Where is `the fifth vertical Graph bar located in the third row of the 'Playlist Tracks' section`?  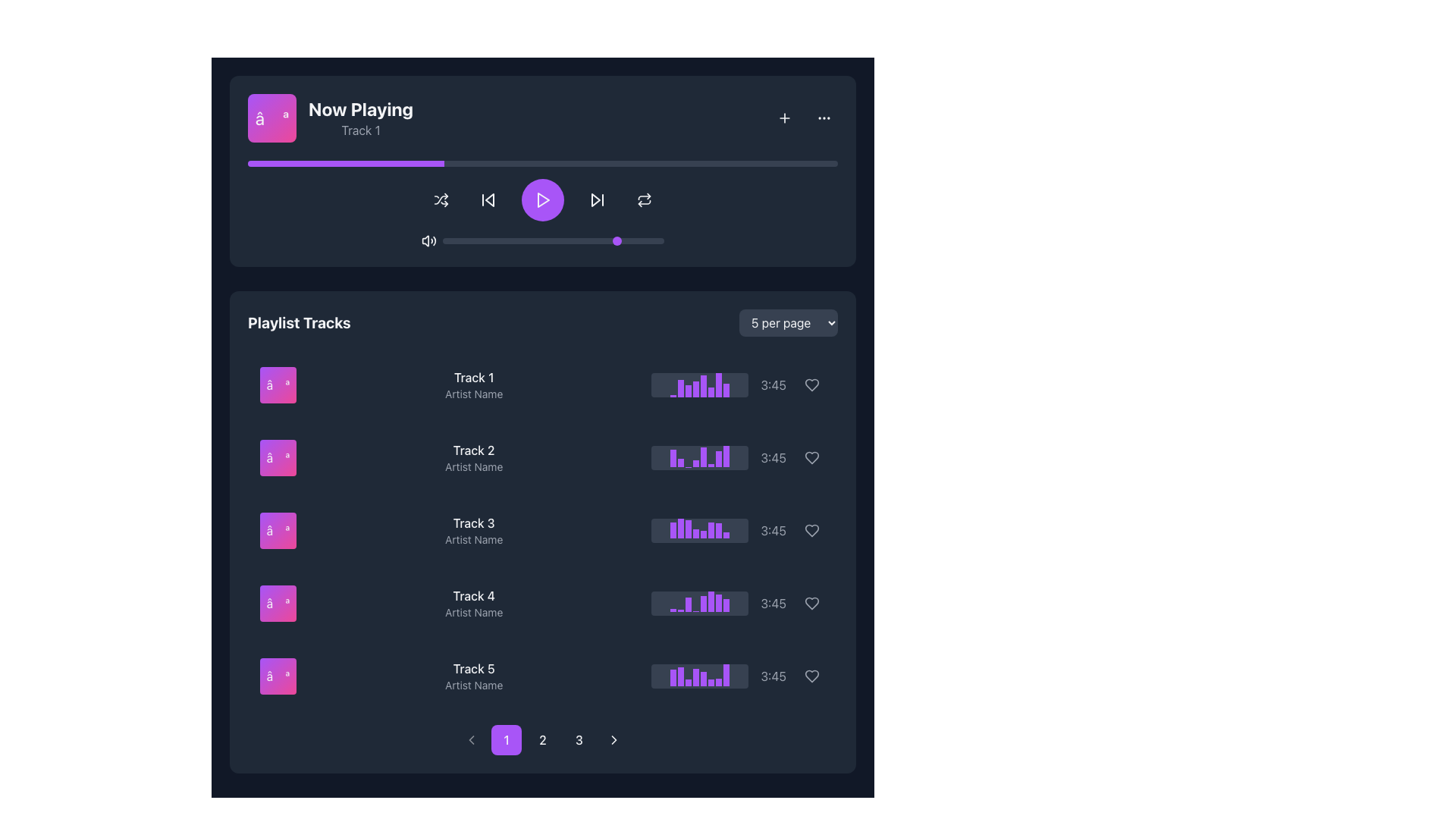
the fifth vertical Graph bar located in the third row of the 'Playlist Tracks' section is located at coordinates (703, 534).